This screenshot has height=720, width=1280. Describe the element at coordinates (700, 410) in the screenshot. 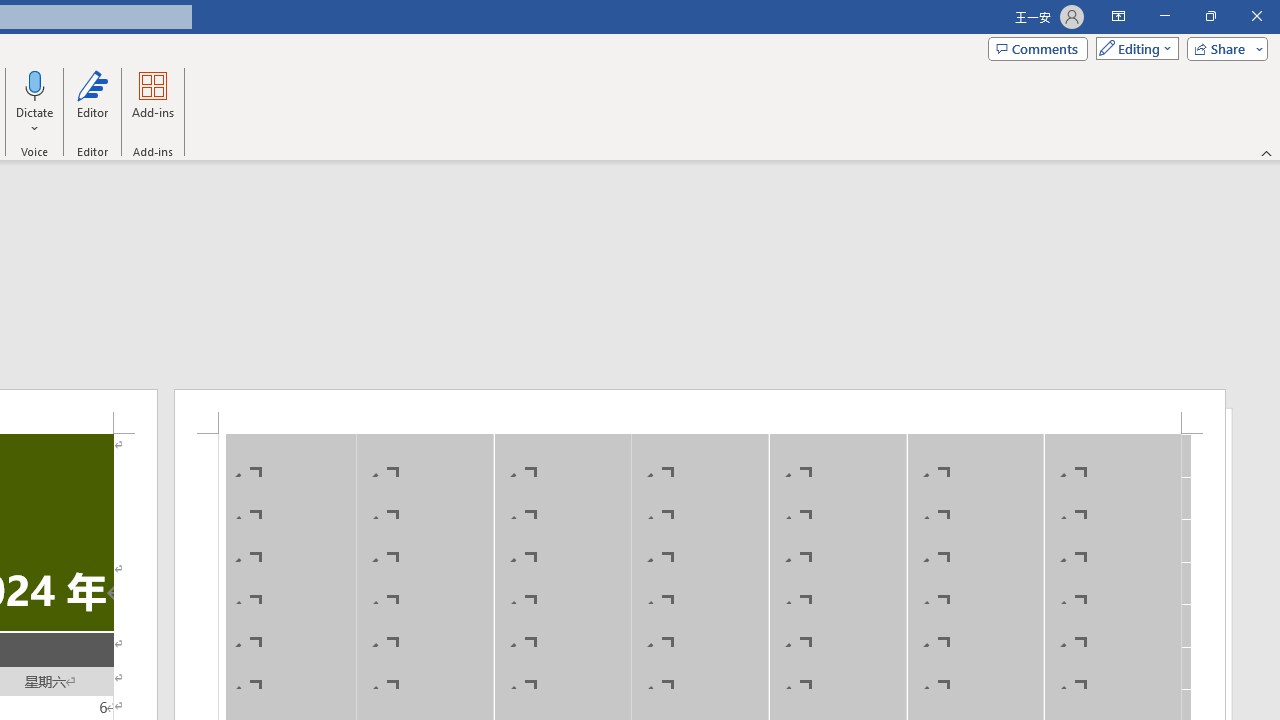

I see `'Header -Section 1-'` at that location.